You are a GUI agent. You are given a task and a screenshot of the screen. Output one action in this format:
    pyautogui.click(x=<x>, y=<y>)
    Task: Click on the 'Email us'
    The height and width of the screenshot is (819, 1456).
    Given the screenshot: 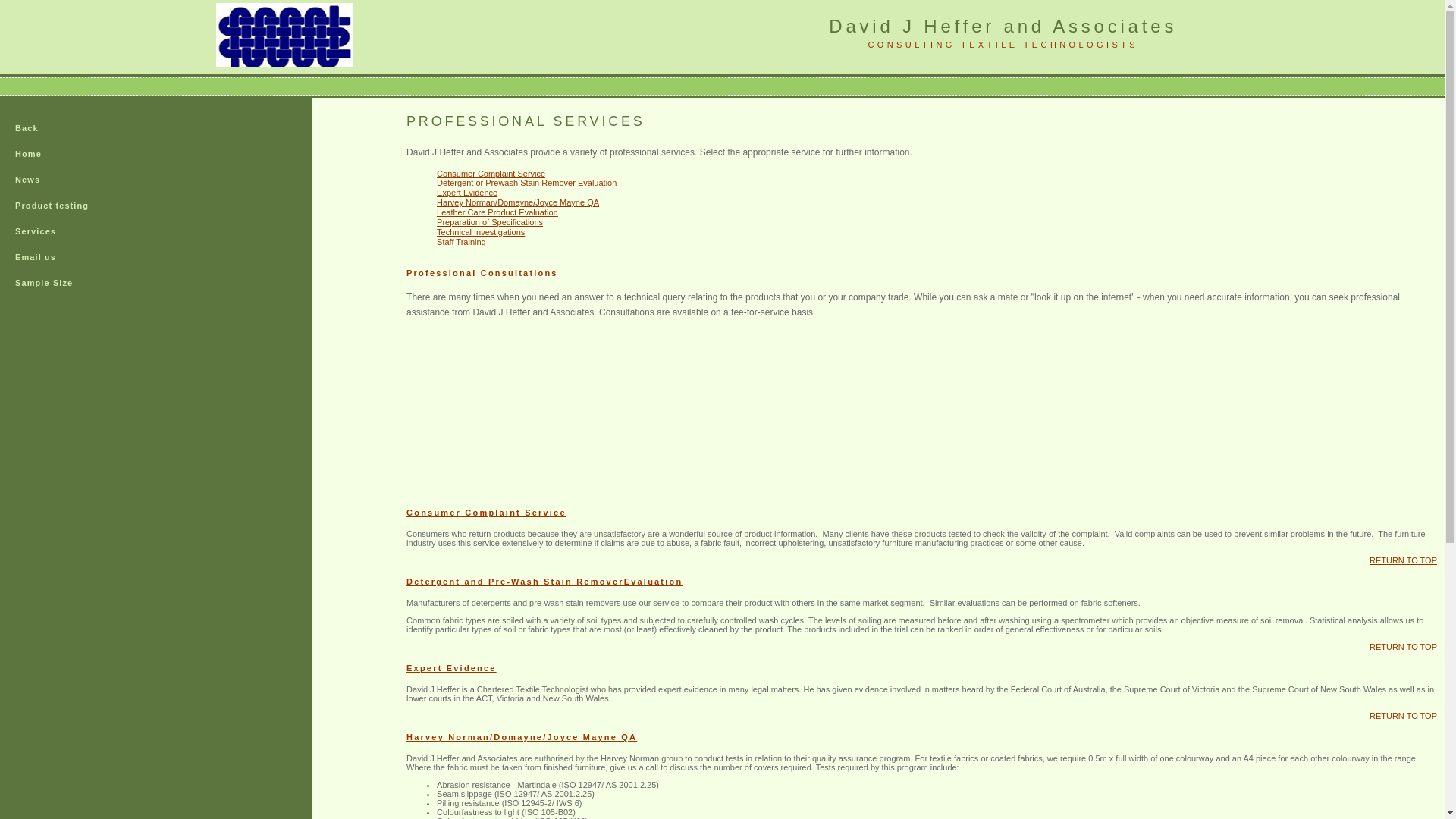 What is the action you would take?
    pyautogui.click(x=61, y=256)
    